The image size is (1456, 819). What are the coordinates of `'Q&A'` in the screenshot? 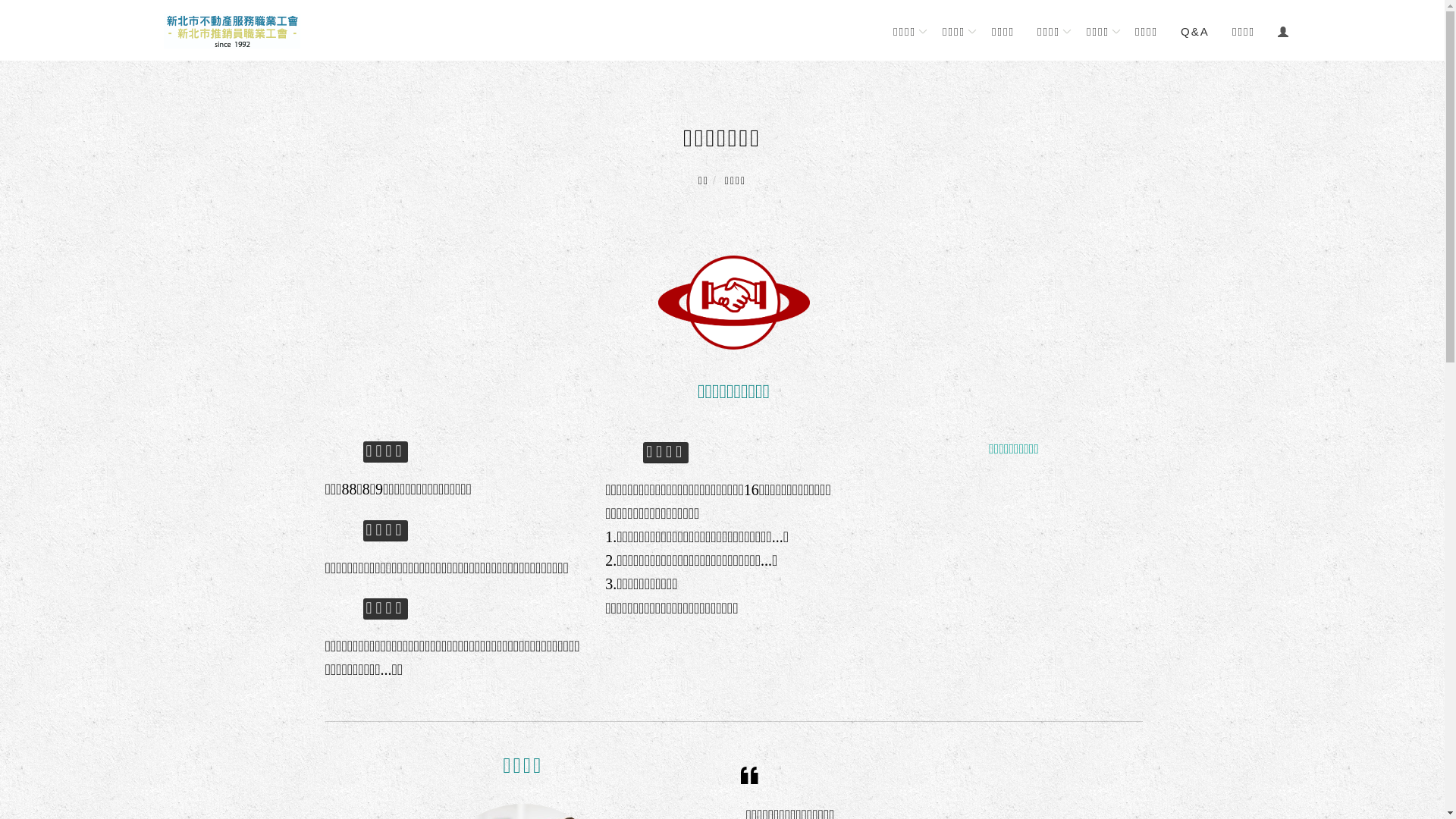 It's located at (1194, 30).